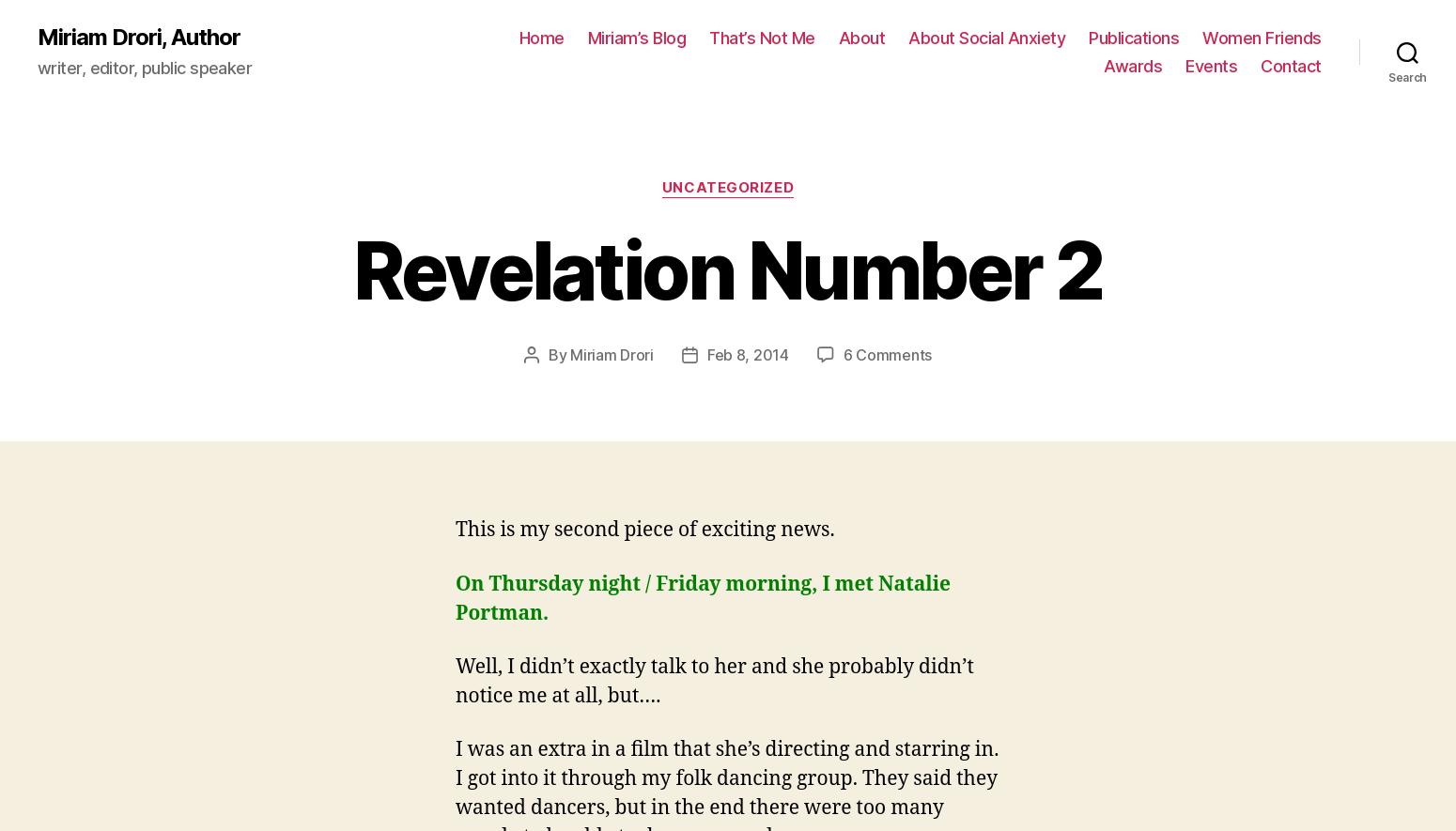  What do you see at coordinates (705, 762) in the screenshot?
I see `'It wasn’t boring because we chatted in between filming. But it was FREEZING!'` at bounding box center [705, 762].